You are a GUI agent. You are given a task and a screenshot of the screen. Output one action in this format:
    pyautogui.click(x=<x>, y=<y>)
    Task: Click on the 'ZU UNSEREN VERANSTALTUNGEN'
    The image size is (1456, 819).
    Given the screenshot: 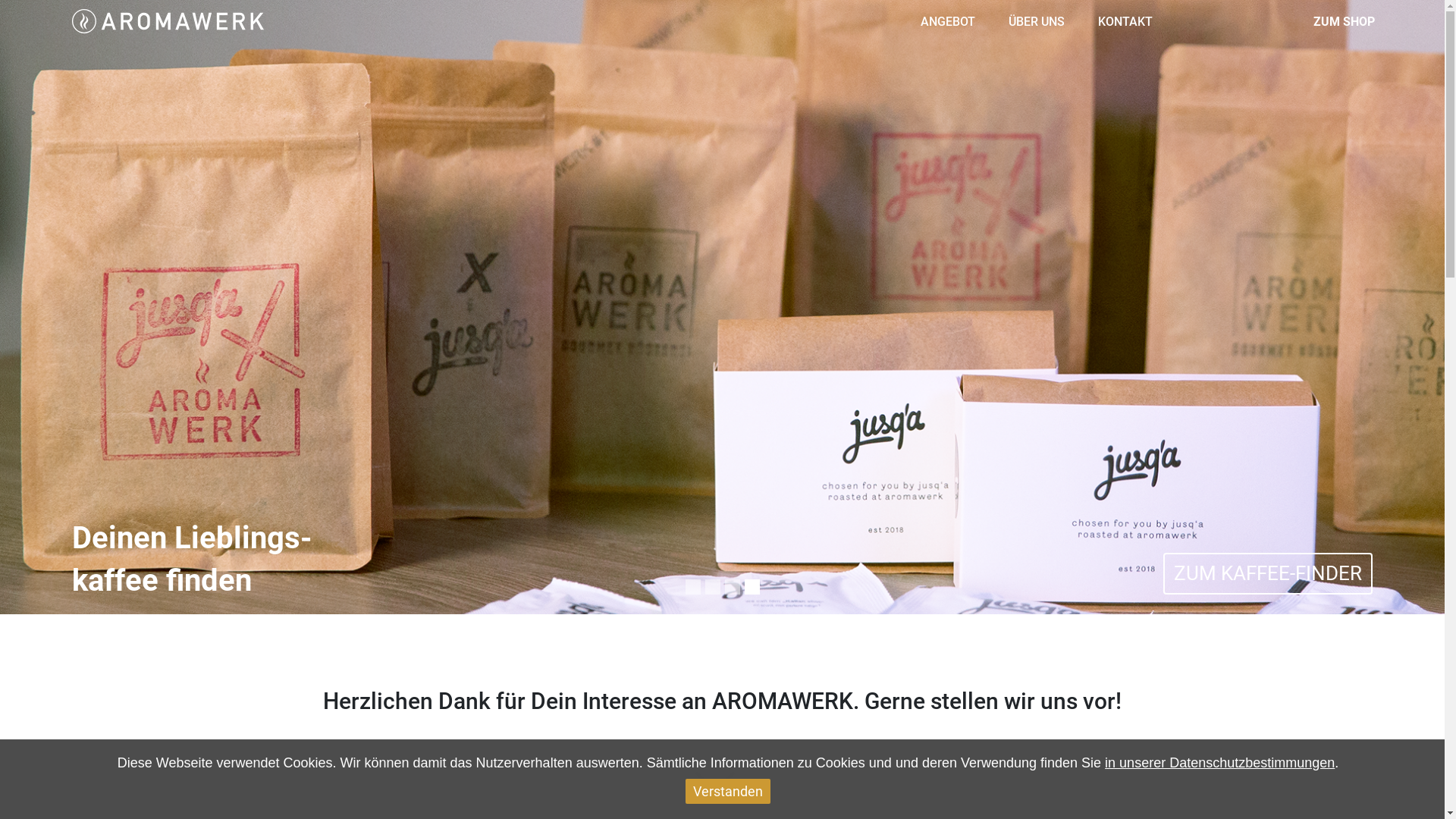 What is the action you would take?
    pyautogui.click(x=1207, y=573)
    